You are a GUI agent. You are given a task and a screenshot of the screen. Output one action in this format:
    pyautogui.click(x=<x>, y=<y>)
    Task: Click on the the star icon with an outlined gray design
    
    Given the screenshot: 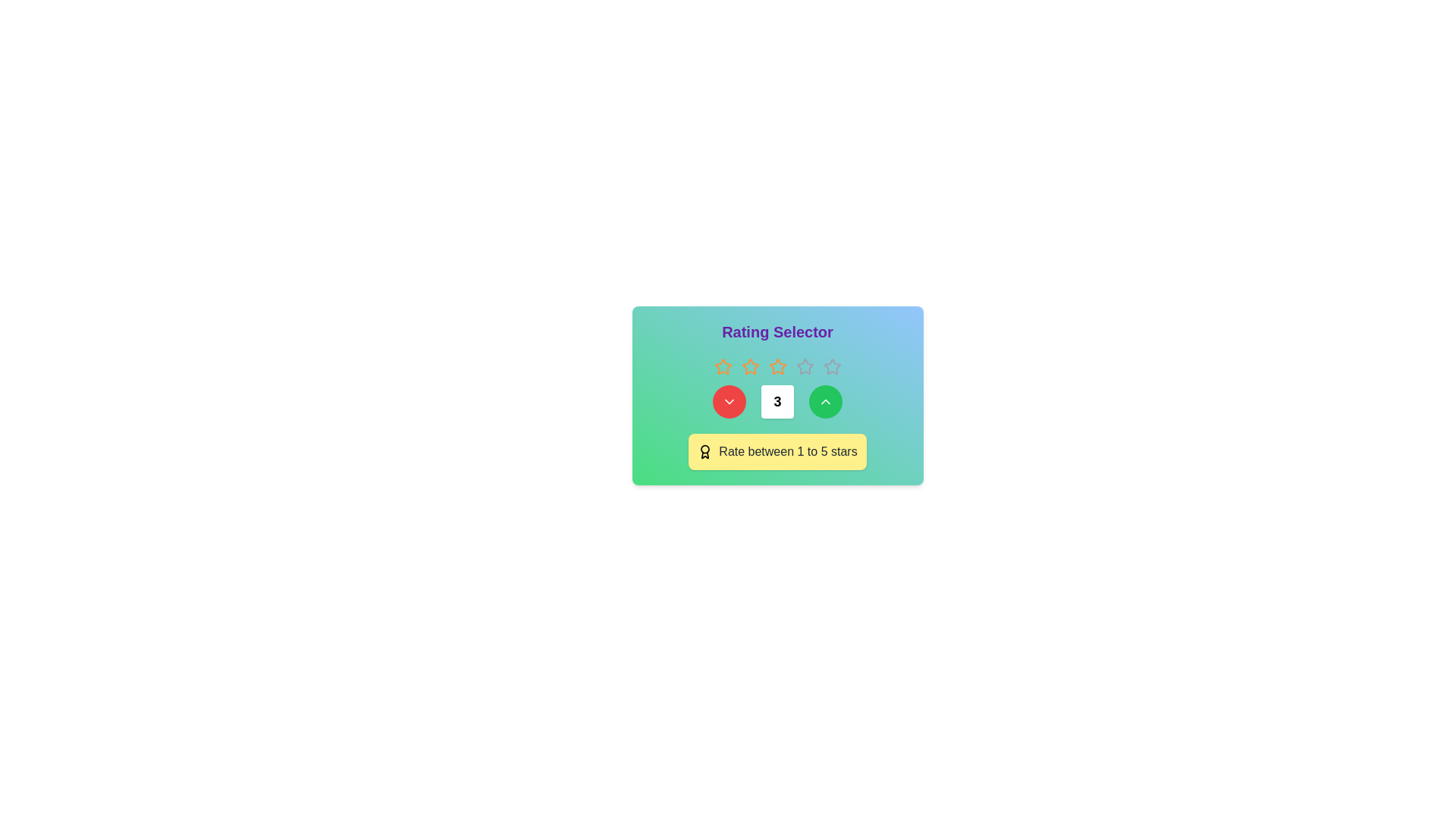 What is the action you would take?
    pyautogui.click(x=804, y=366)
    